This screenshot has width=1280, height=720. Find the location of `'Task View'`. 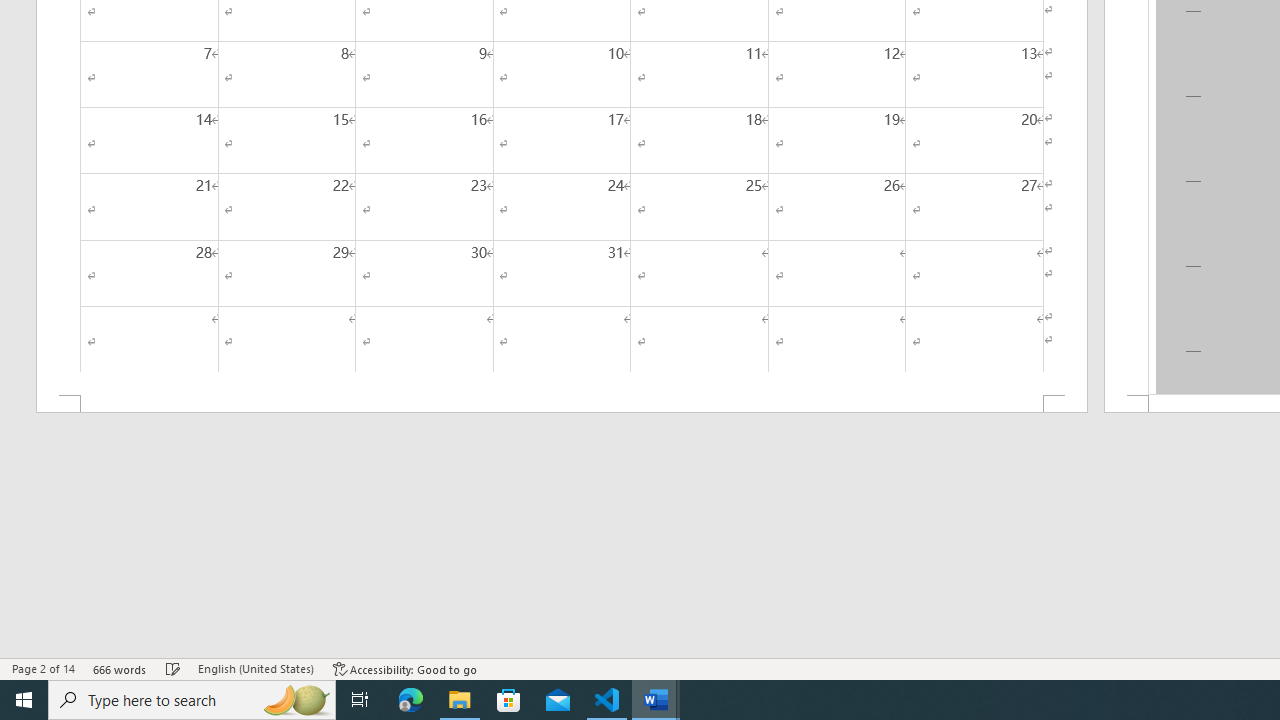

'Task View' is located at coordinates (359, 698).